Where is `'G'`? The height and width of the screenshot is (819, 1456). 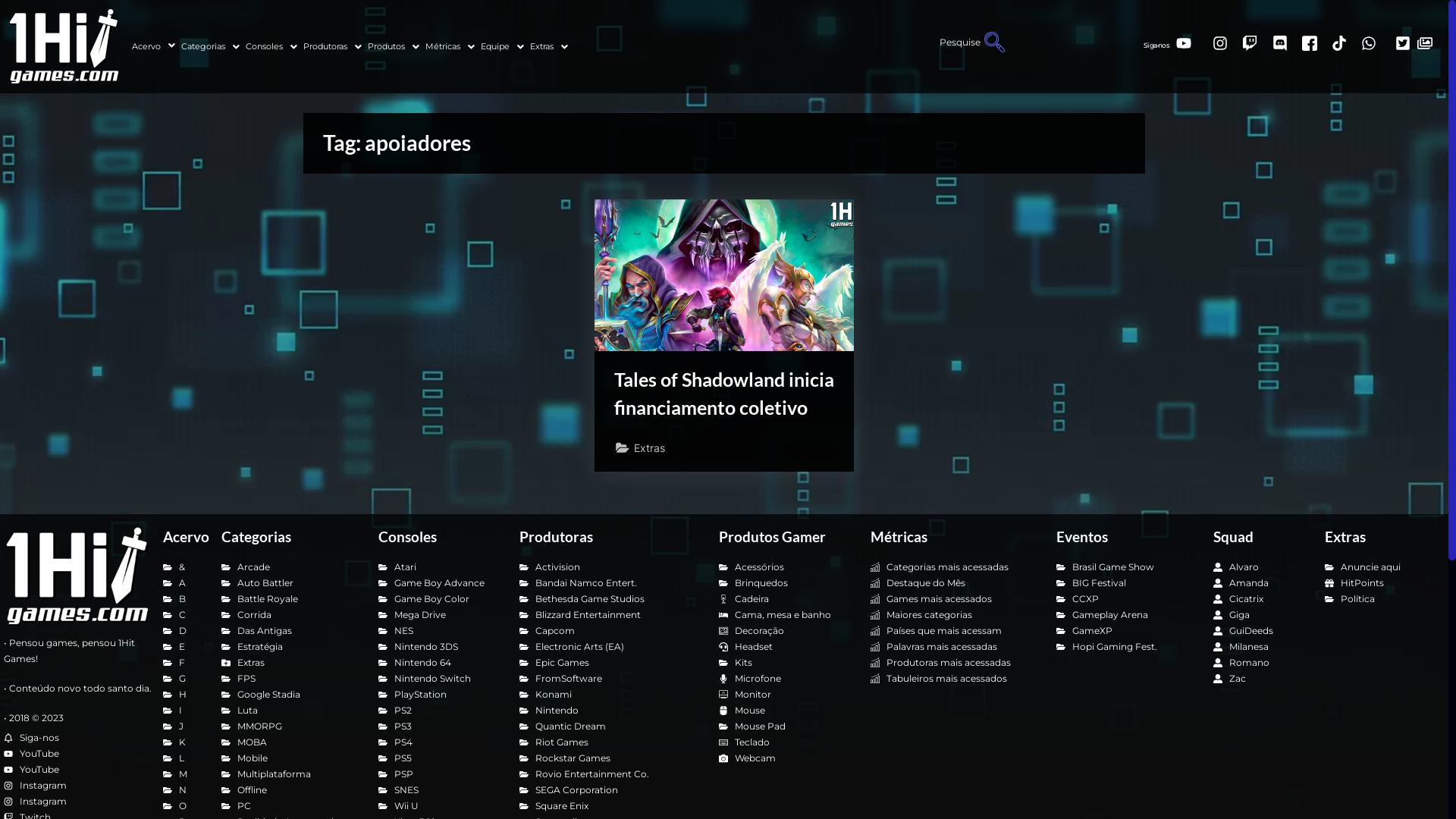
'G' is located at coordinates (184, 677).